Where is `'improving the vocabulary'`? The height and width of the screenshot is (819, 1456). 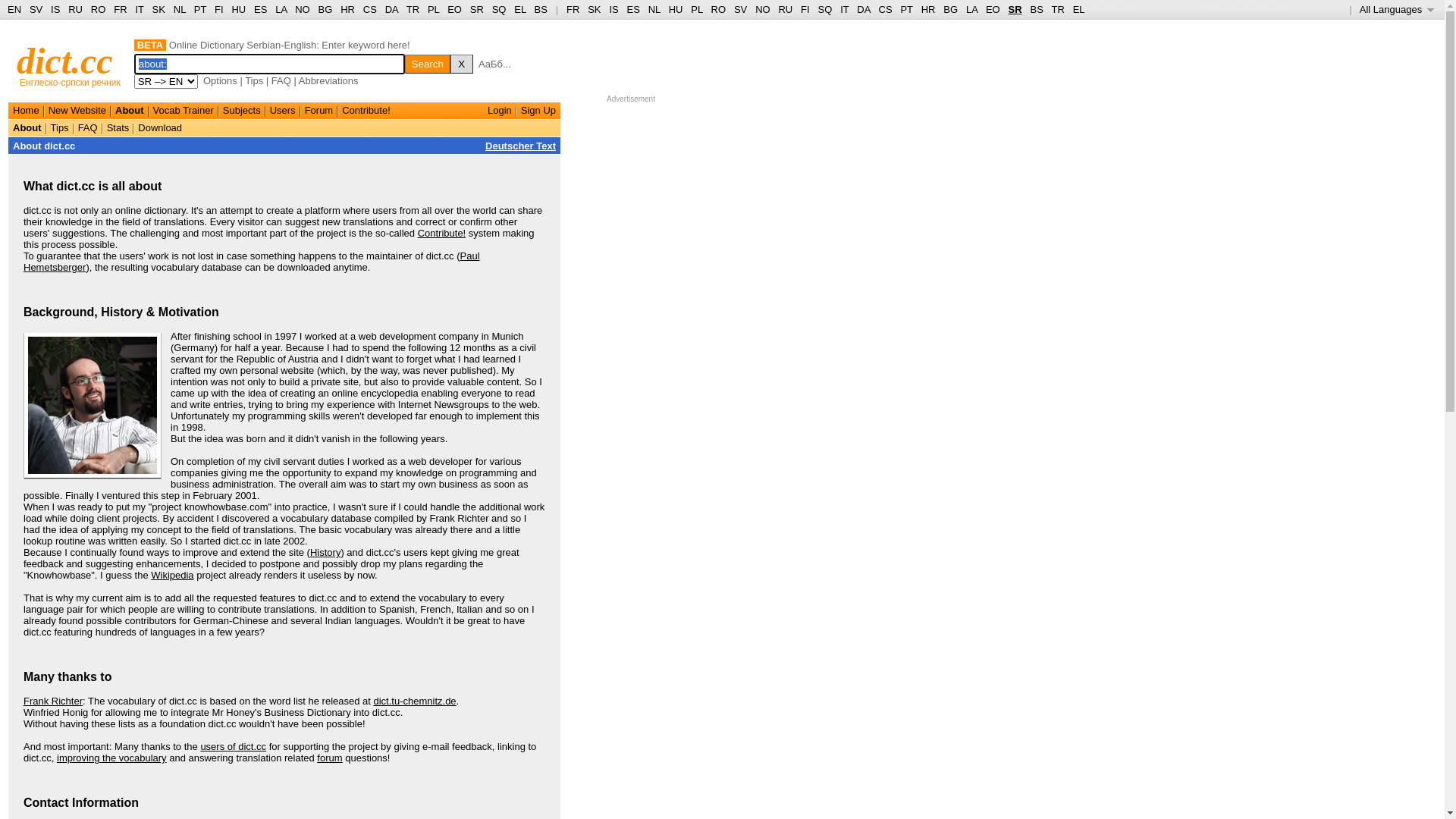
'improving the vocabulary' is located at coordinates (111, 758).